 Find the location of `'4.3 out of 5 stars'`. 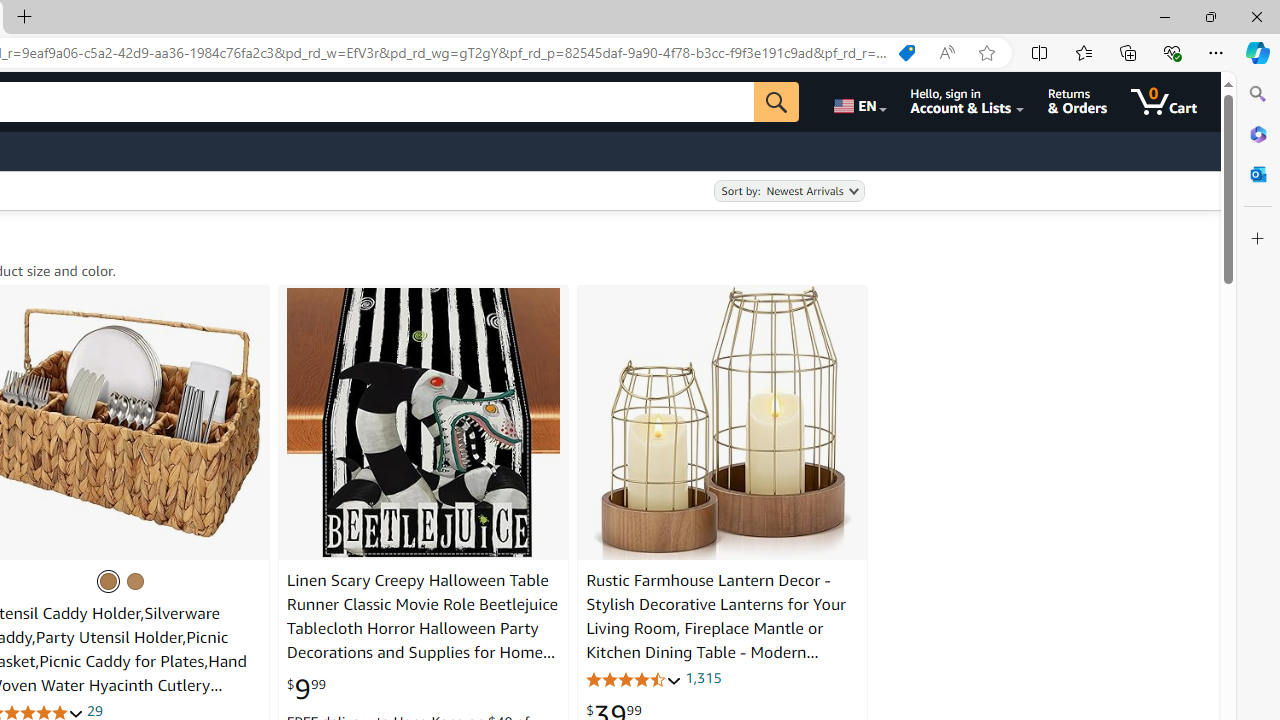

'4.3 out of 5 stars' is located at coordinates (633, 678).